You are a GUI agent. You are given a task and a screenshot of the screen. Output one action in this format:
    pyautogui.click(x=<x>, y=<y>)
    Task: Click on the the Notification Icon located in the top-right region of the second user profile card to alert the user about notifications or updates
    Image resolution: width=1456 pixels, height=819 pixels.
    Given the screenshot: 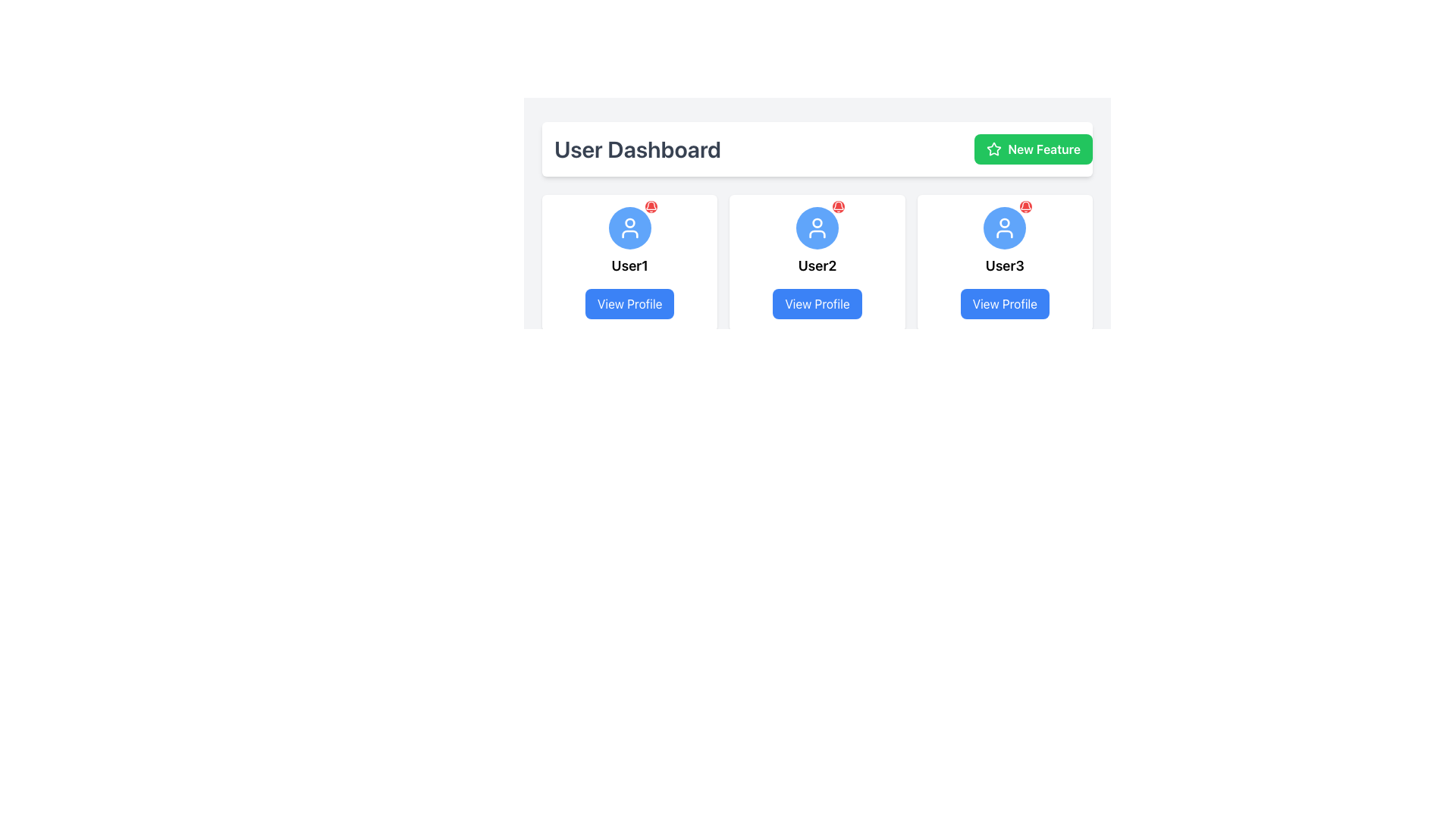 What is the action you would take?
    pyautogui.click(x=837, y=207)
    